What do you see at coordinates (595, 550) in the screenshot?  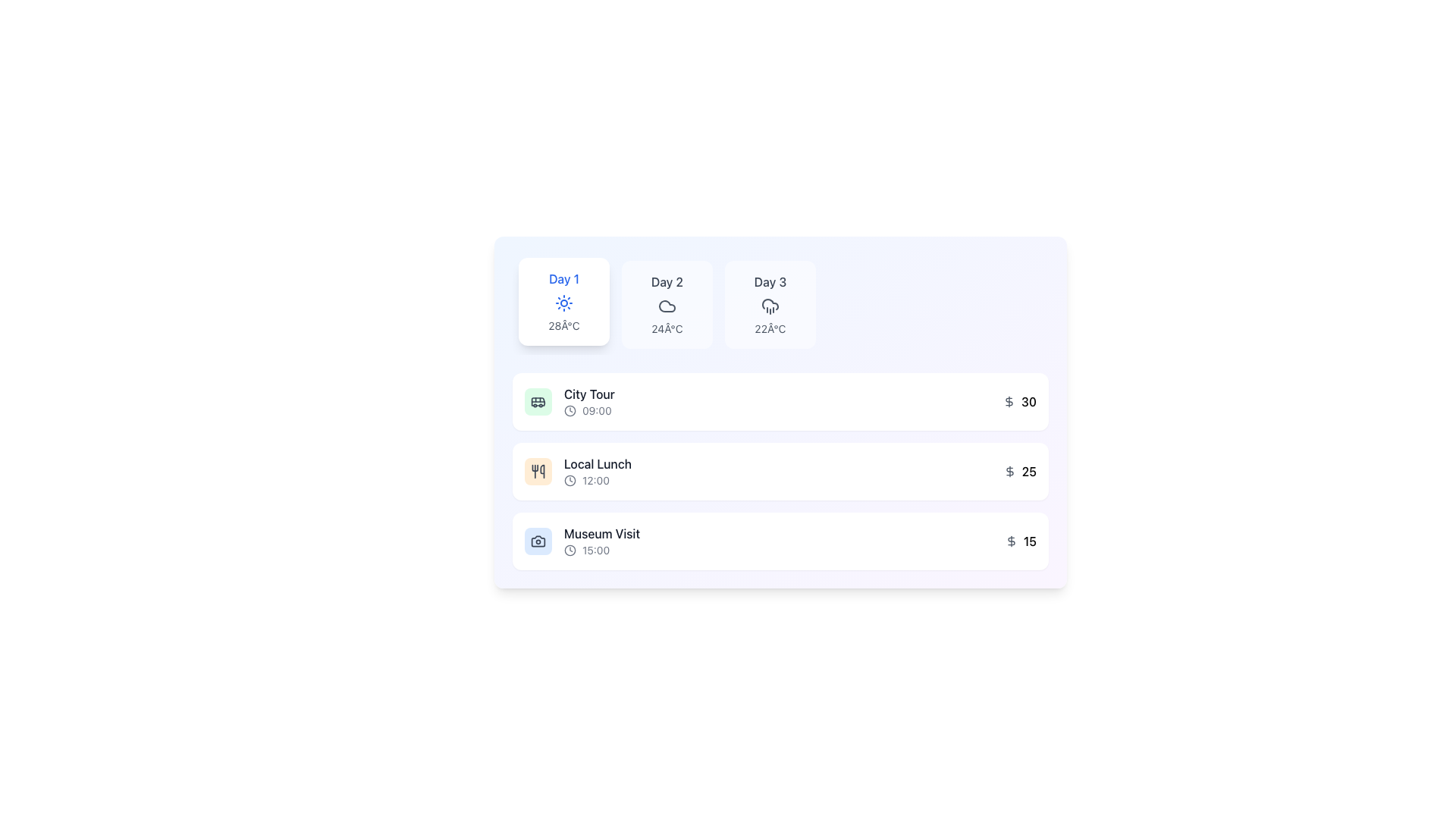 I see `the text label displaying '15:00', located at the bottom-right corner of the 'Museum Visit' section for accessibility tools` at bounding box center [595, 550].